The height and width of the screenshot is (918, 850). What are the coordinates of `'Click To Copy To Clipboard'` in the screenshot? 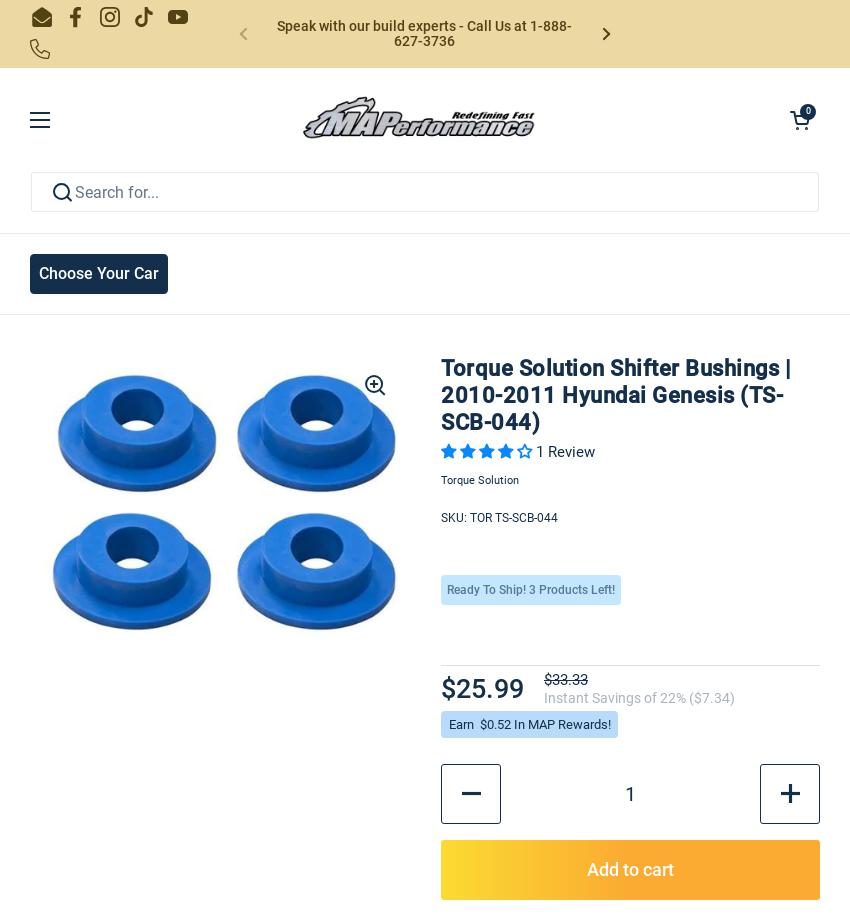 It's located at (508, 476).